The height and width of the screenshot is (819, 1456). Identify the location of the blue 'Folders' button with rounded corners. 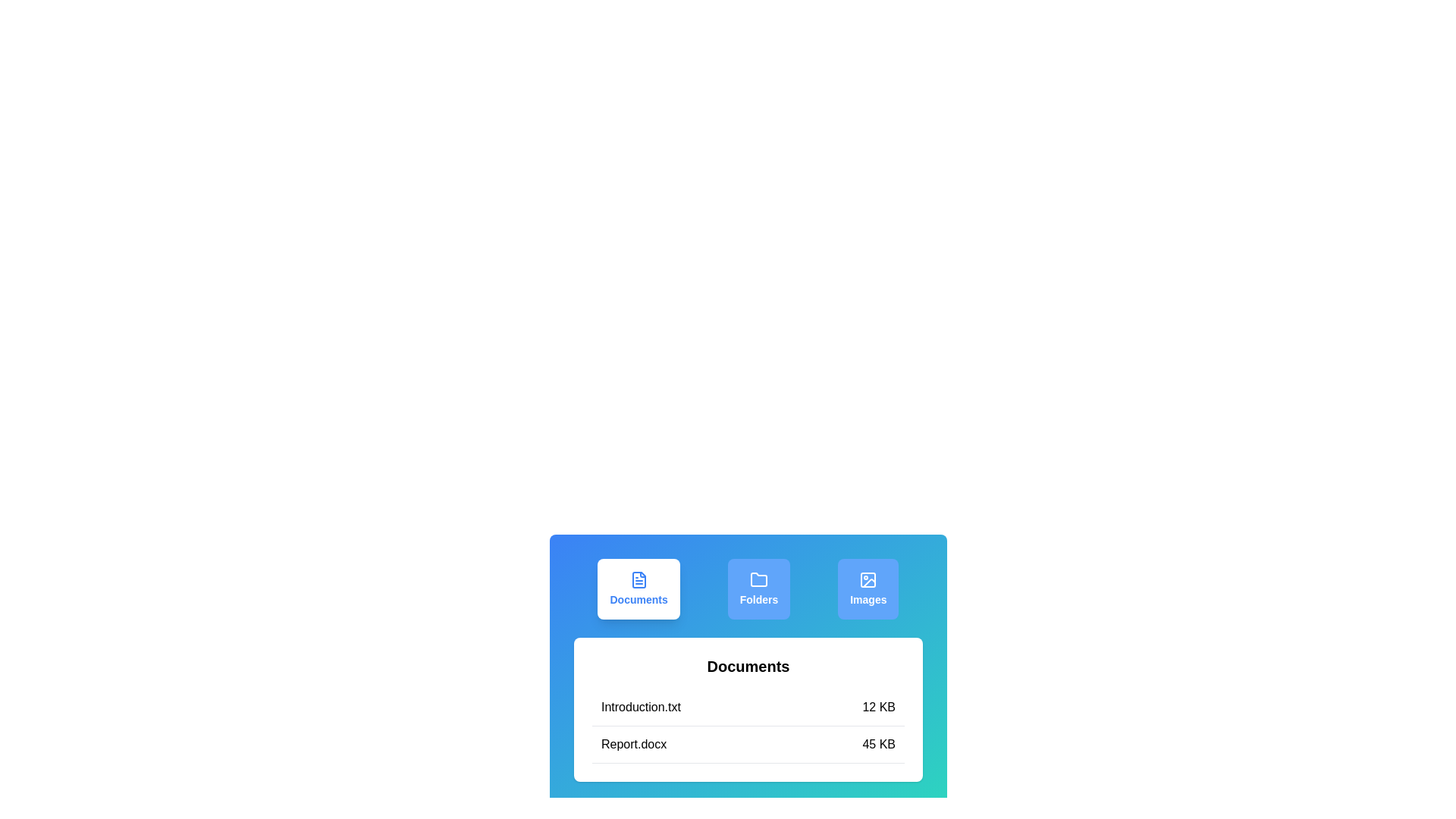
(758, 588).